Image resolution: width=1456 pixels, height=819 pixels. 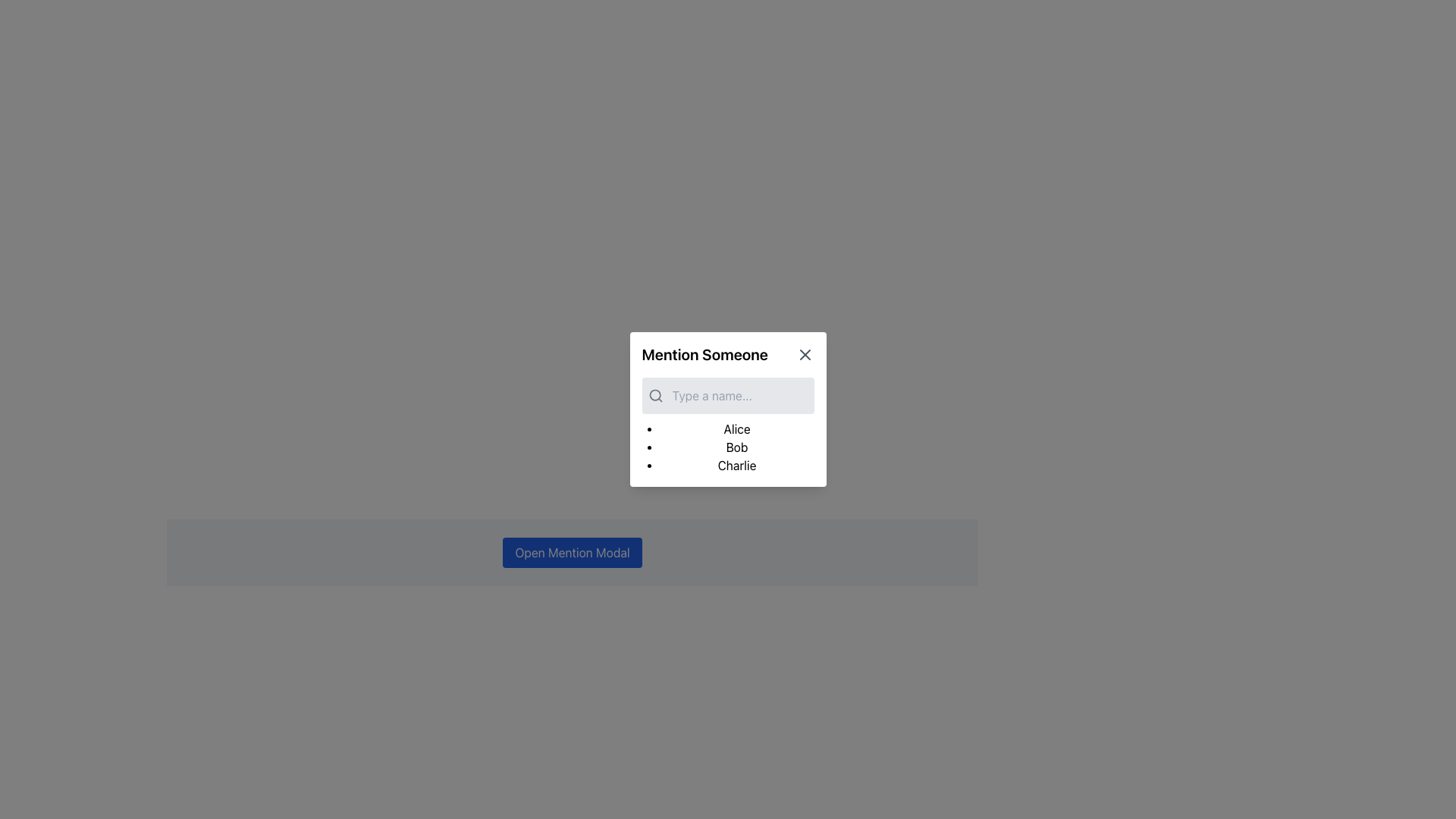 I want to click on the name in the vertical list within the 'Mention Someone' modal dialog, so click(x=736, y=447).